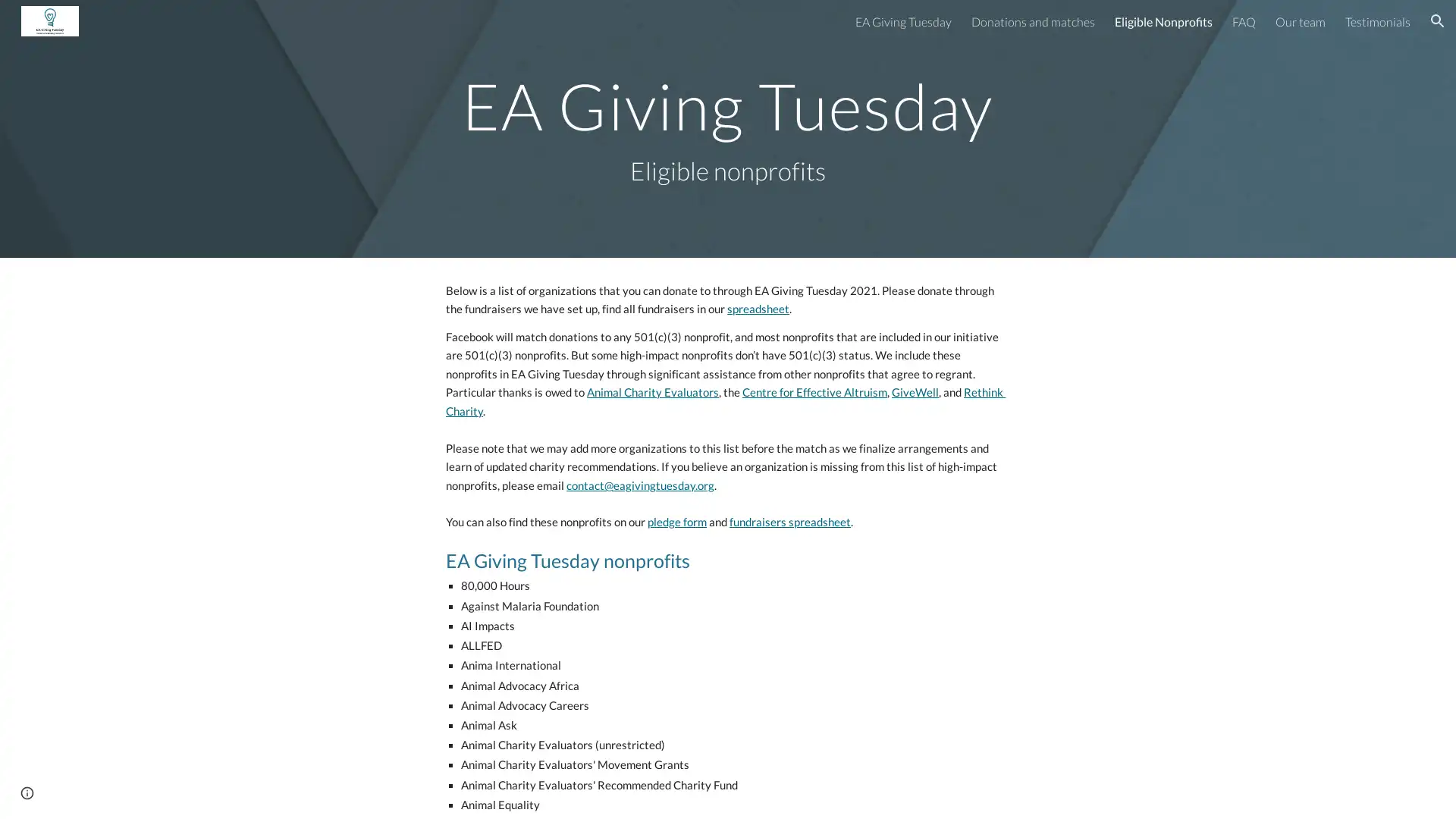  Describe the element at coordinates (74, 792) in the screenshot. I see `Report abuse` at that location.